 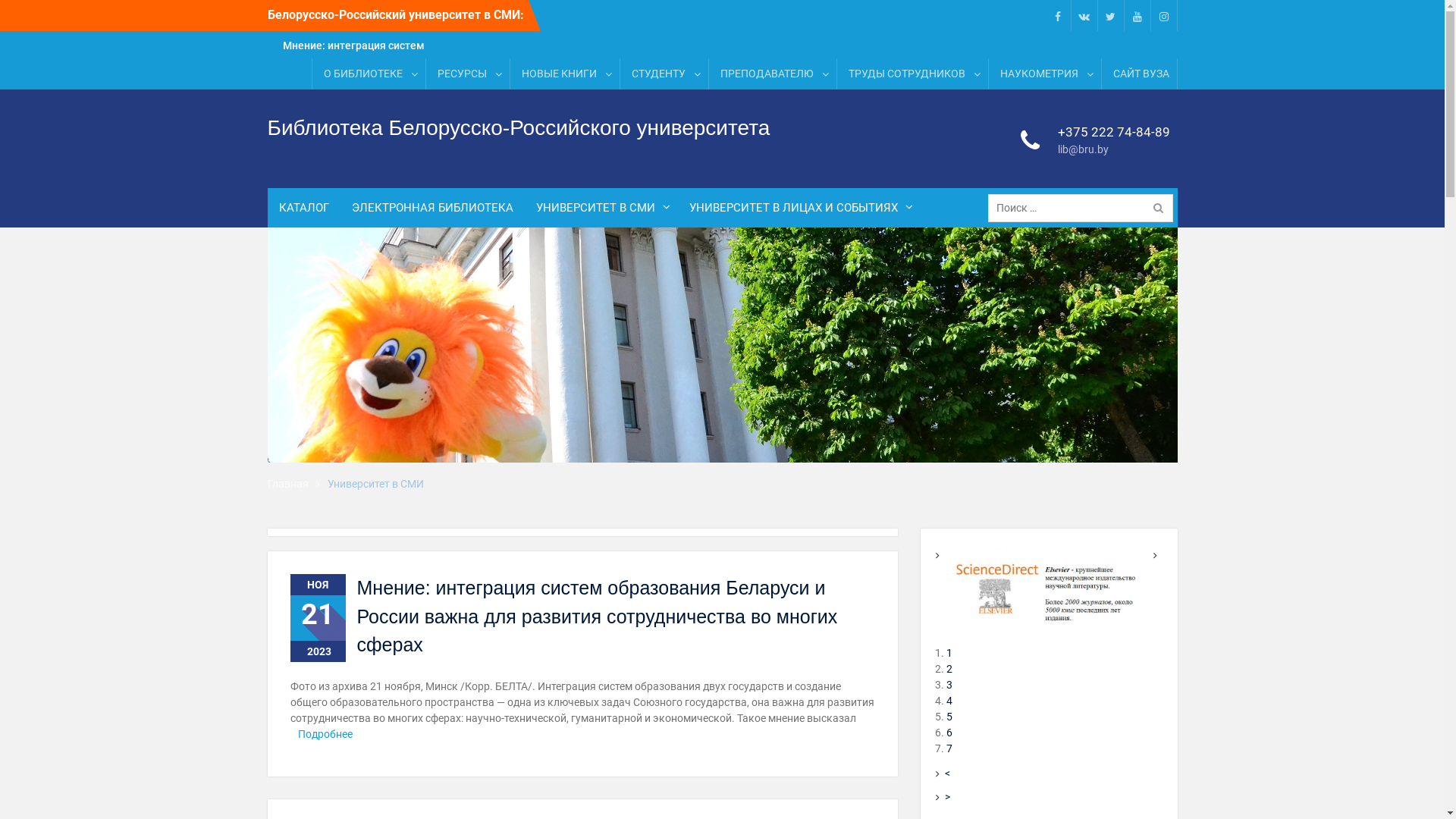 I want to click on 'lib@bru.by', so click(x=1053, y=149).